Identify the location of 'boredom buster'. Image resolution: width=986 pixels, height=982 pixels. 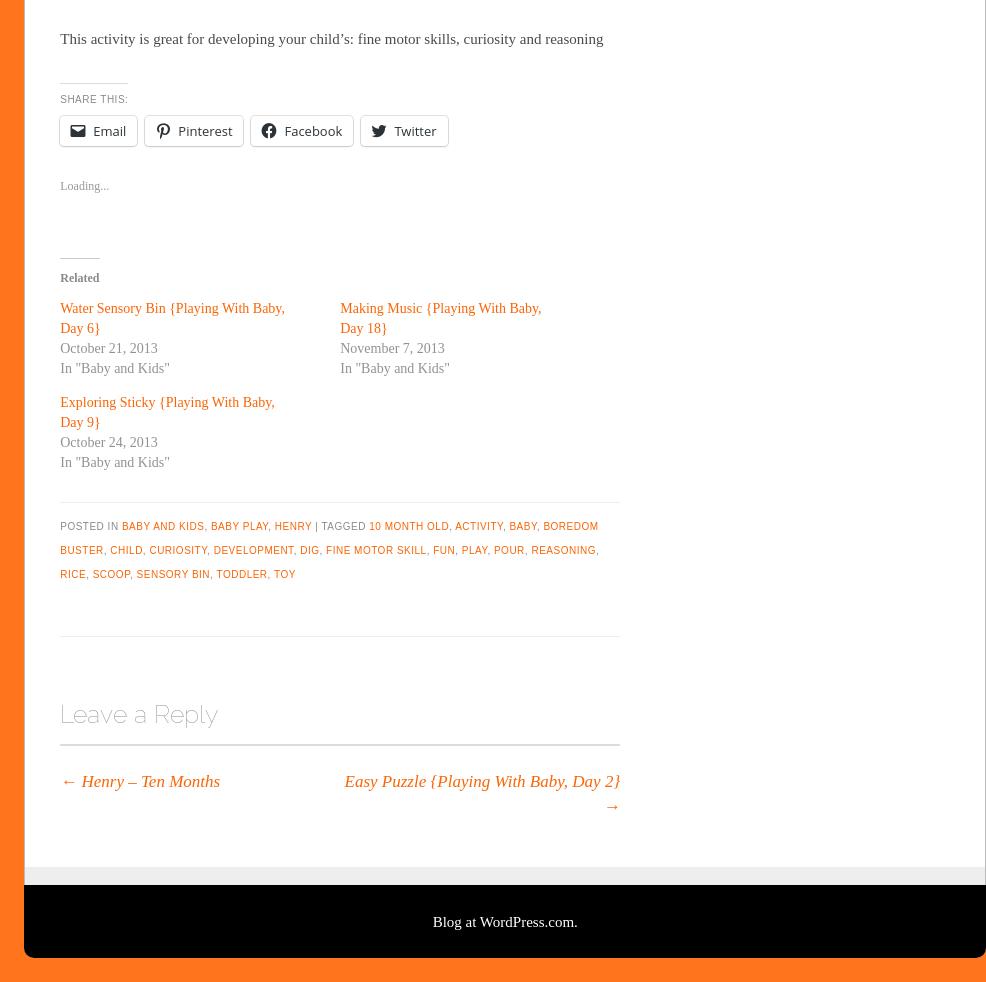
(59, 537).